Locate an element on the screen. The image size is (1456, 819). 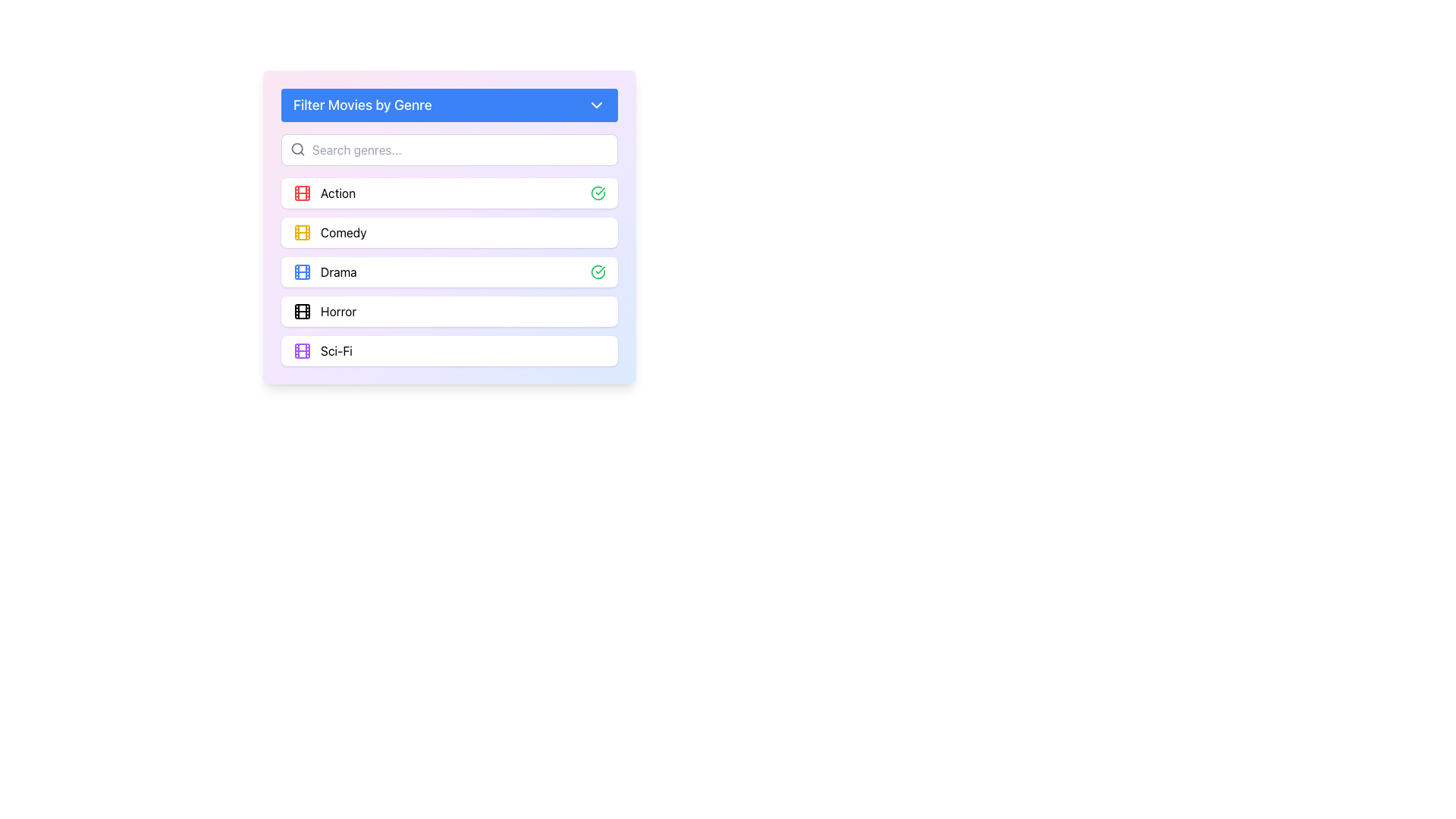
the selectable genre 'Sci-Fi' in the 'Filter Movies by Genre' list is located at coordinates (449, 350).